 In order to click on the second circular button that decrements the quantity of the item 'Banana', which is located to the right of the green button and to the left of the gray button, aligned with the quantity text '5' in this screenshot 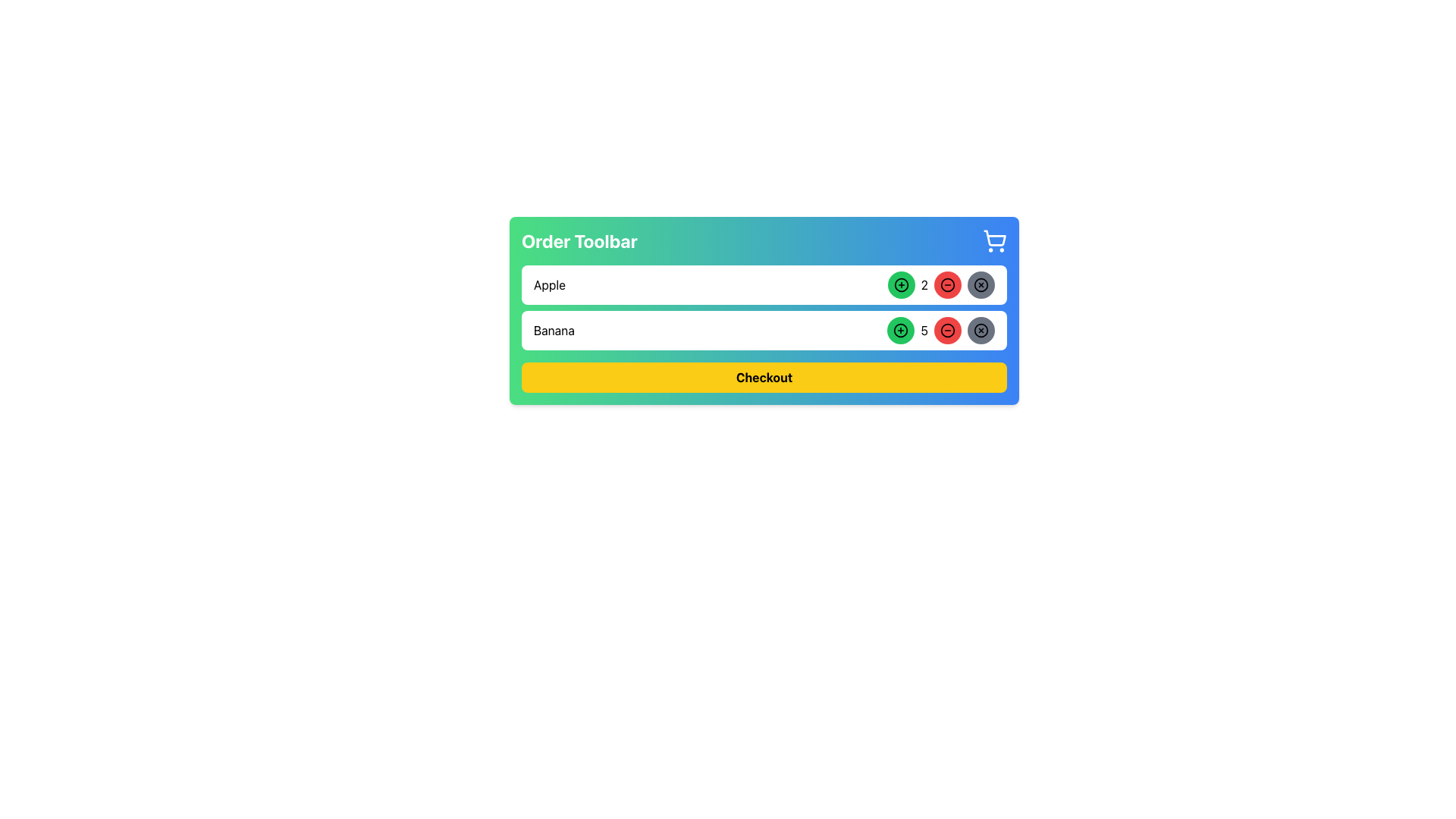, I will do `click(940, 329)`.